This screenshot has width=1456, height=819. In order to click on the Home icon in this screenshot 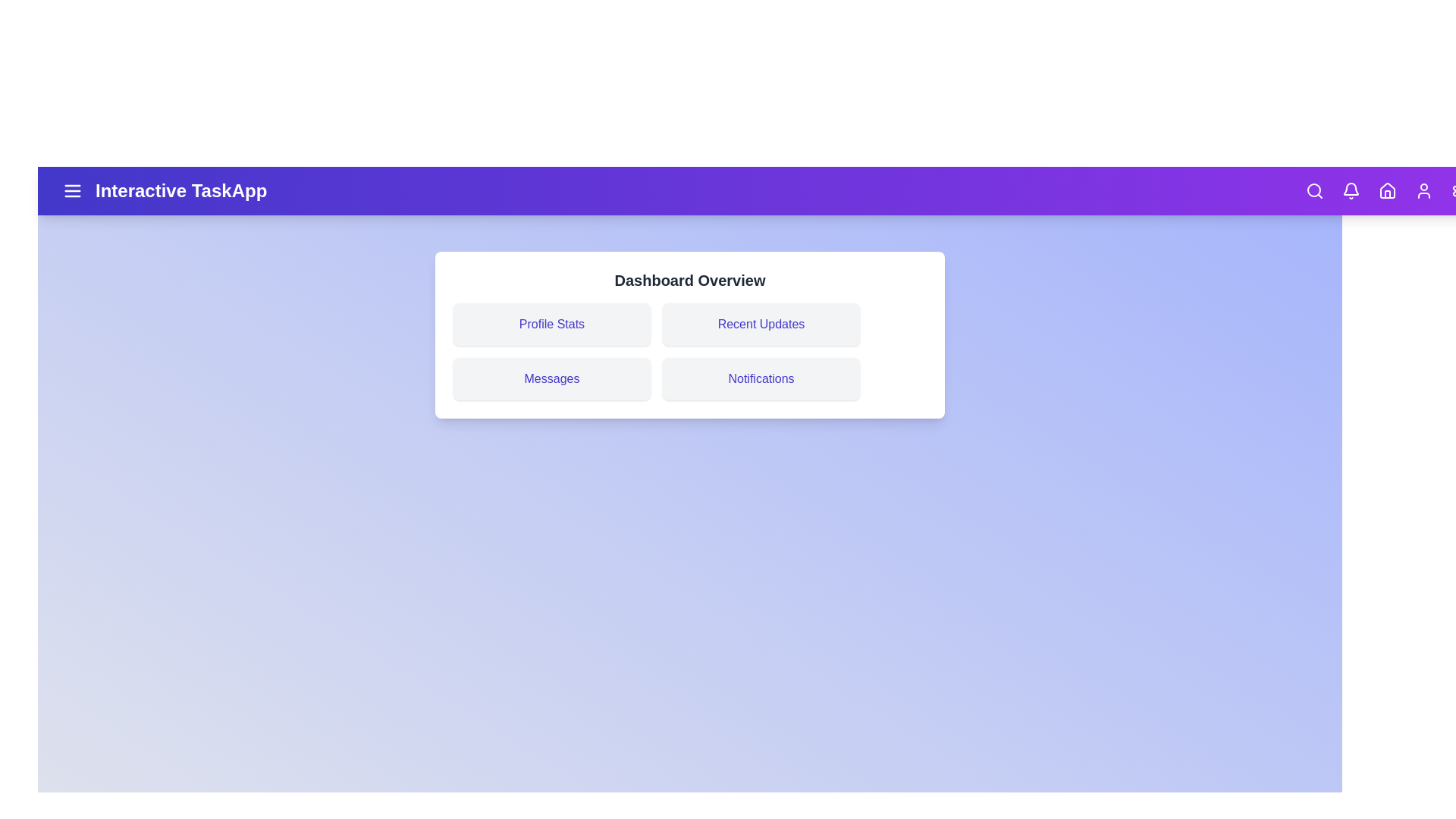, I will do `click(1387, 190)`.